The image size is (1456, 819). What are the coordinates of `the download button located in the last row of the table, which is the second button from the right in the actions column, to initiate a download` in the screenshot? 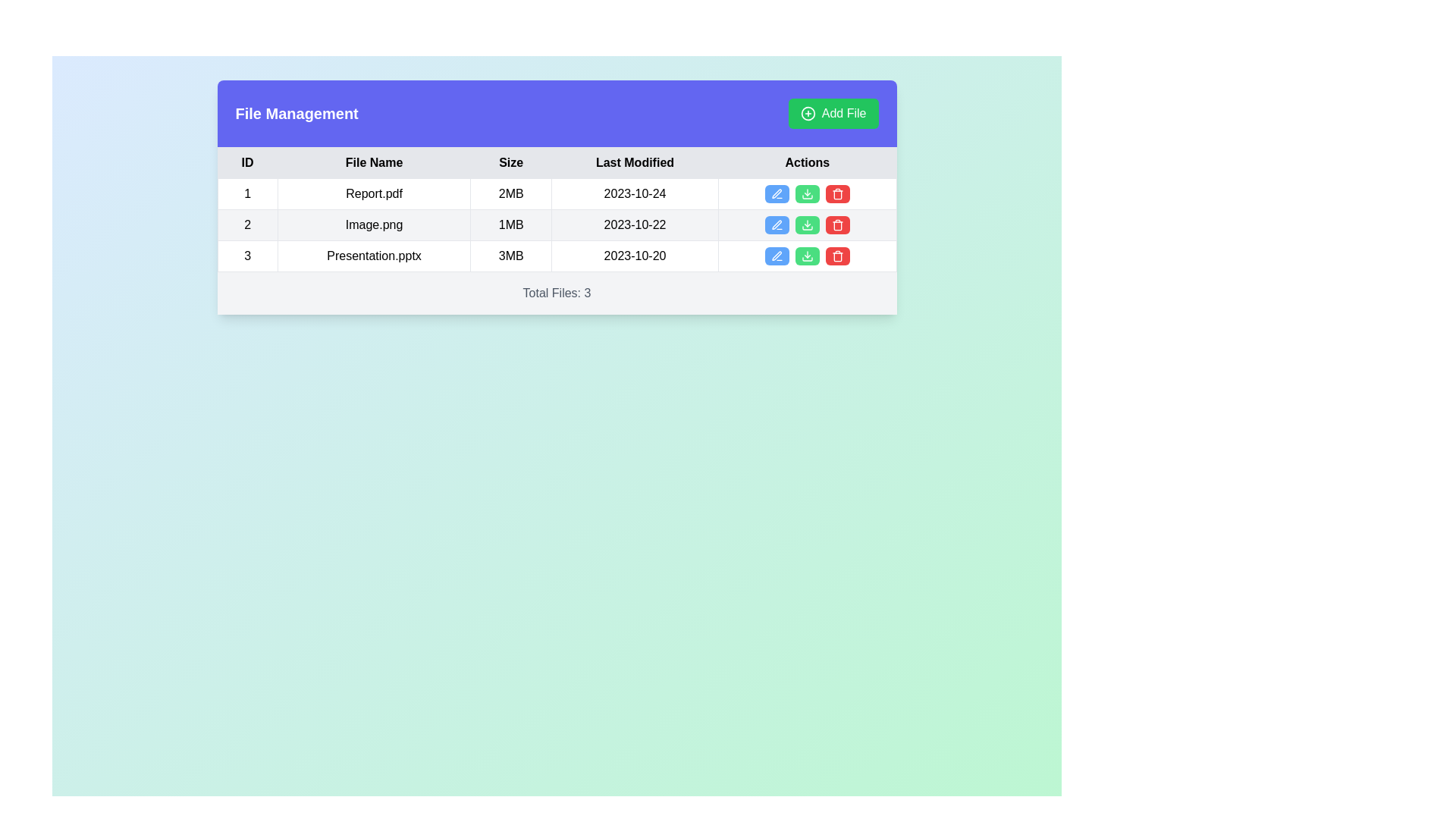 It's located at (806, 256).